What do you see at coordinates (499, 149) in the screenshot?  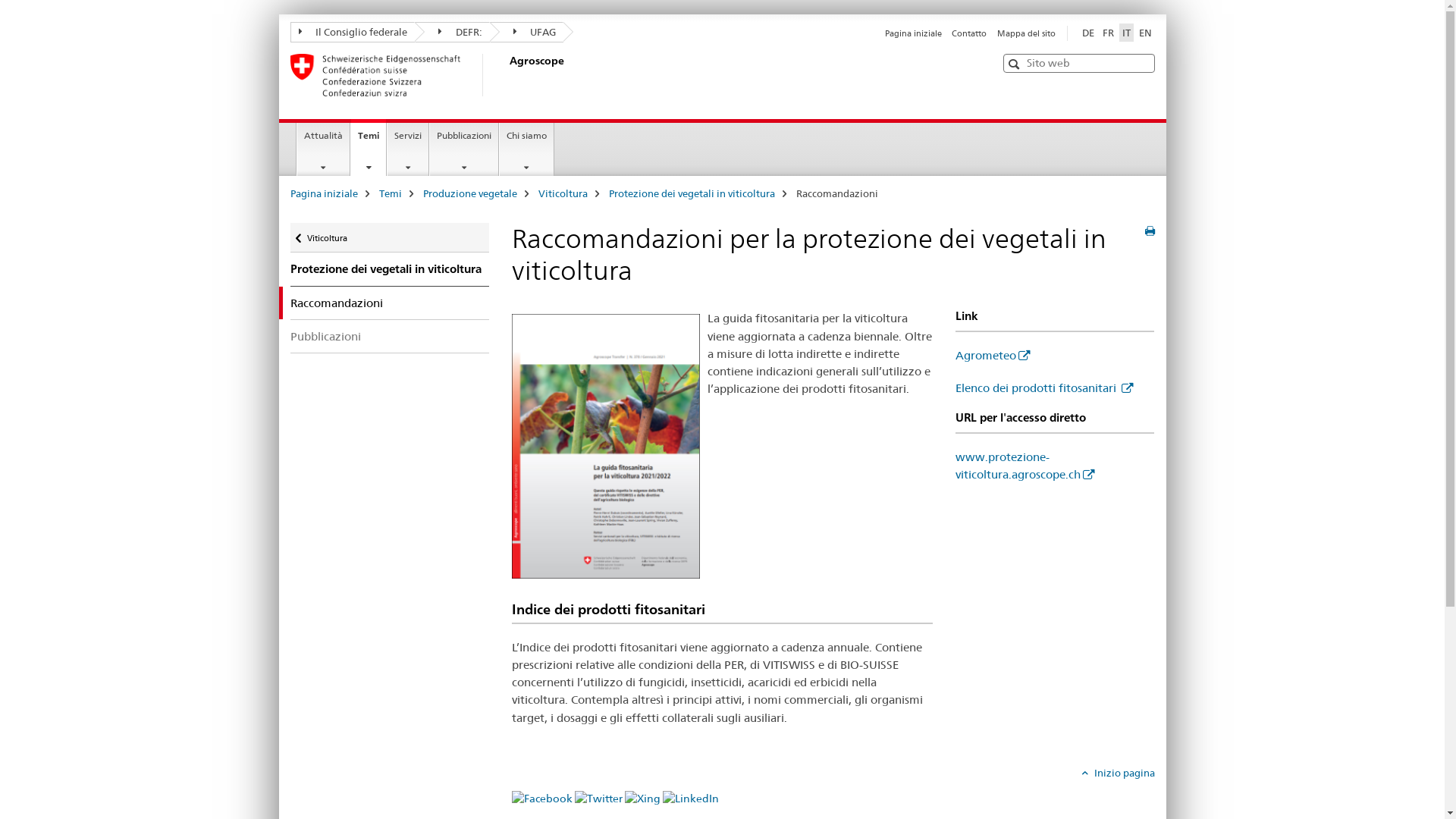 I see `'Chi siamo'` at bounding box center [499, 149].